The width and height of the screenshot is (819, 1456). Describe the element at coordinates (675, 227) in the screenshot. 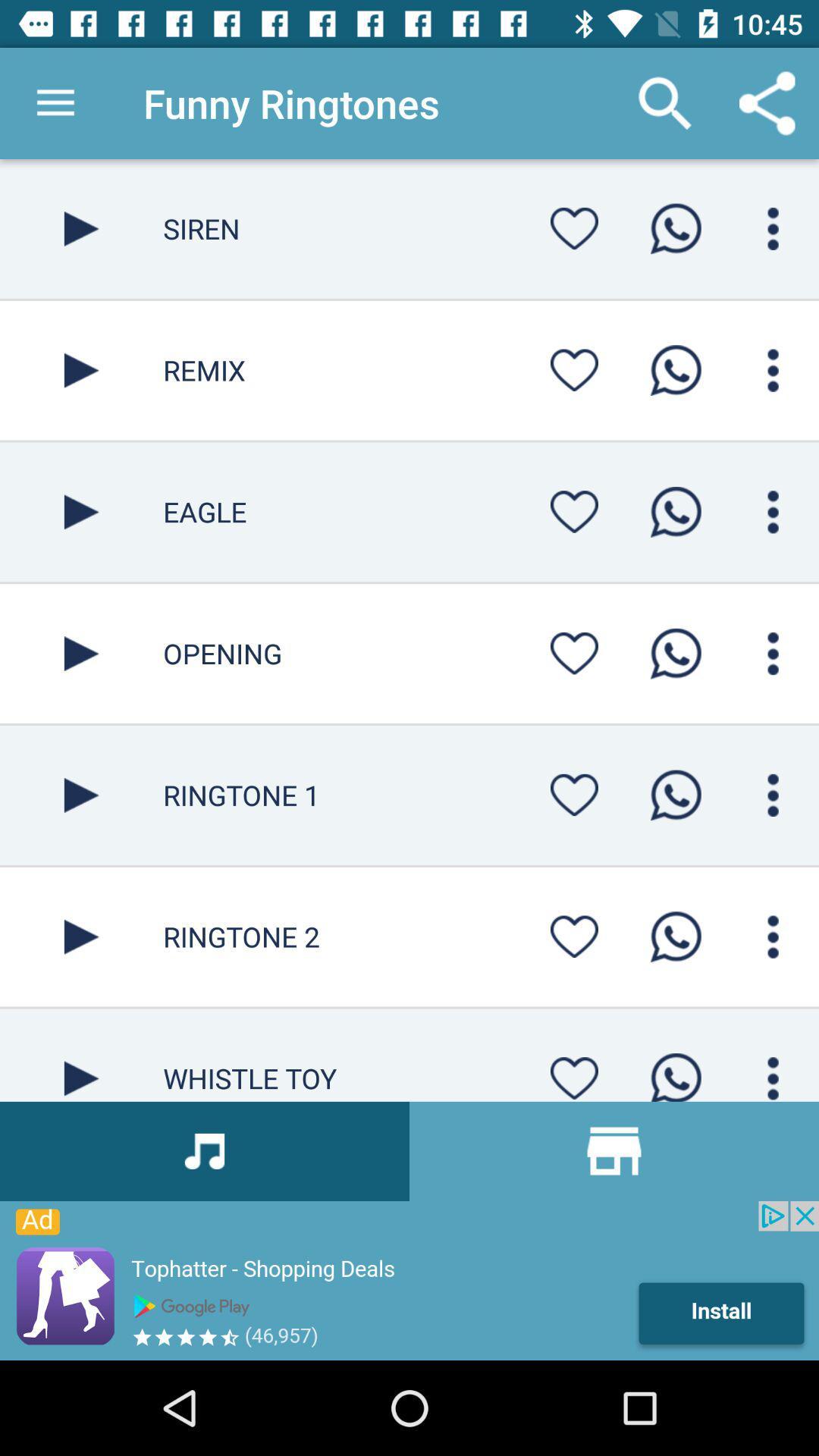

I see `use for whatsapp` at that location.